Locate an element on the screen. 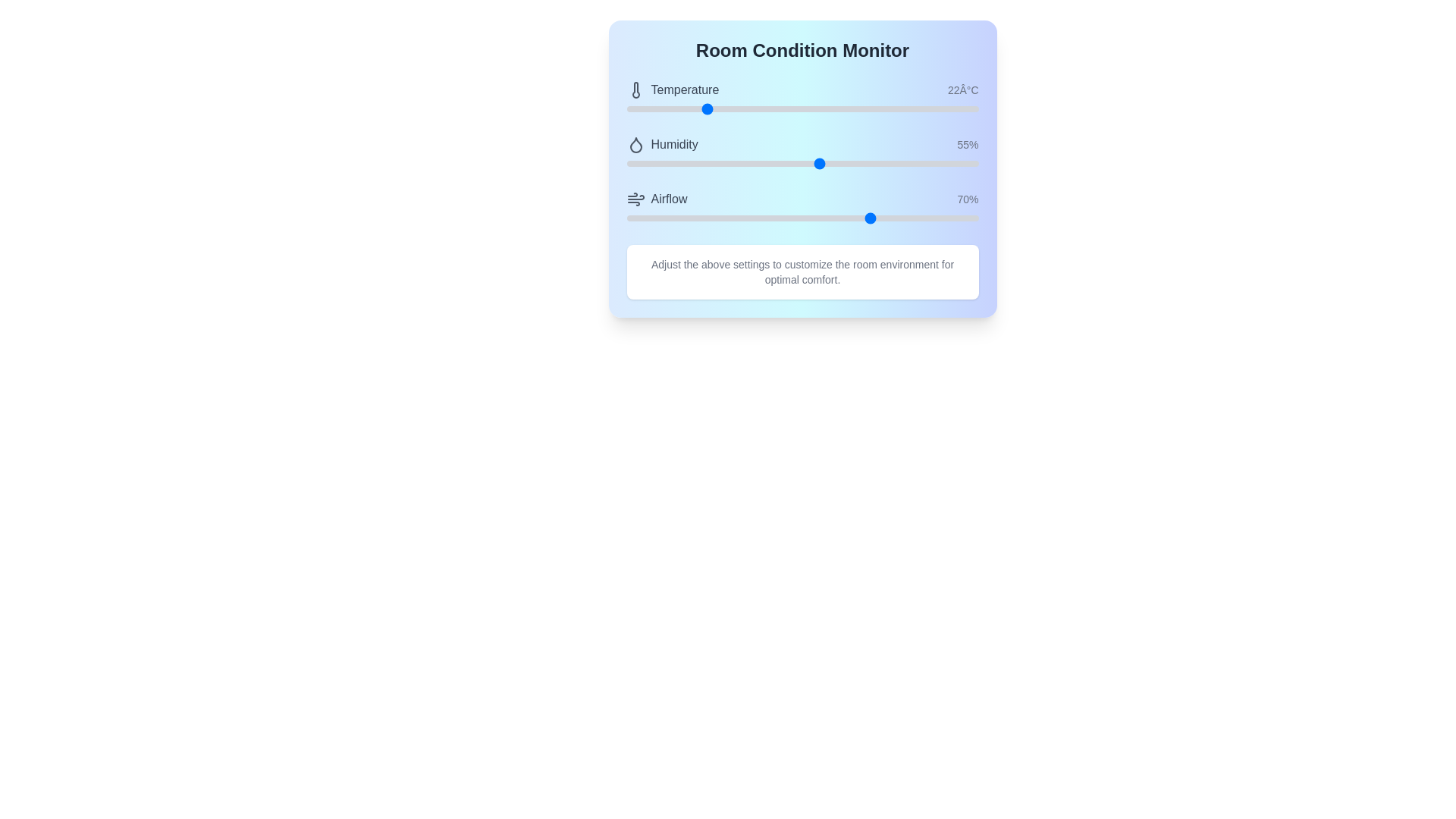  the humidity level is located at coordinates (654, 164).